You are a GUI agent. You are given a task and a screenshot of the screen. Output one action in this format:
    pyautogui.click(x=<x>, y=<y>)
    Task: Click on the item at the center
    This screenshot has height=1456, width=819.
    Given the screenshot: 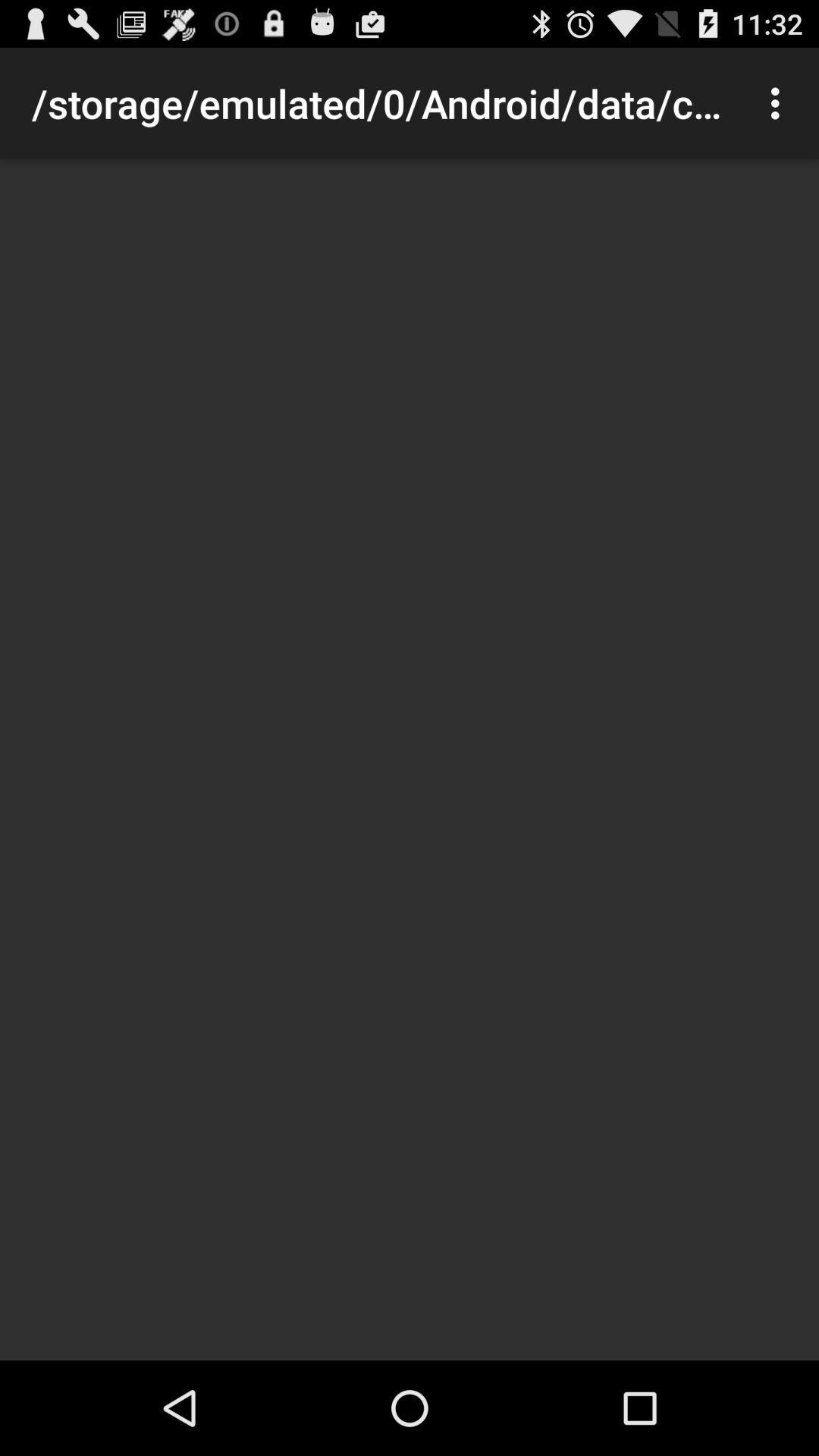 What is the action you would take?
    pyautogui.click(x=409, y=760)
    